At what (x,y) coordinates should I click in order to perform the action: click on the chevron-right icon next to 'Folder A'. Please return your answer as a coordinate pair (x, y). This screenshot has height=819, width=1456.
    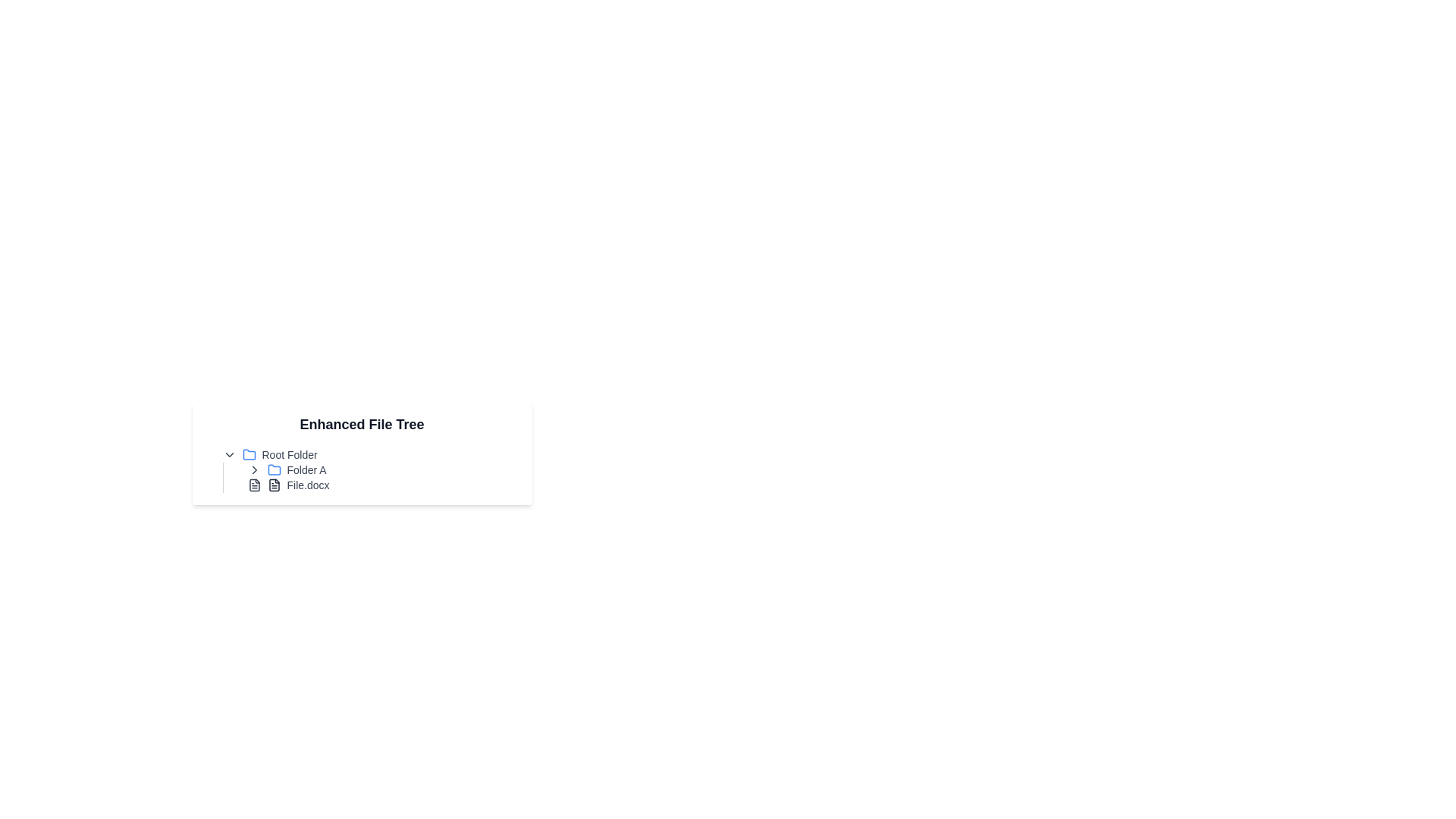
    Looking at the image, I should click on (254, 469).